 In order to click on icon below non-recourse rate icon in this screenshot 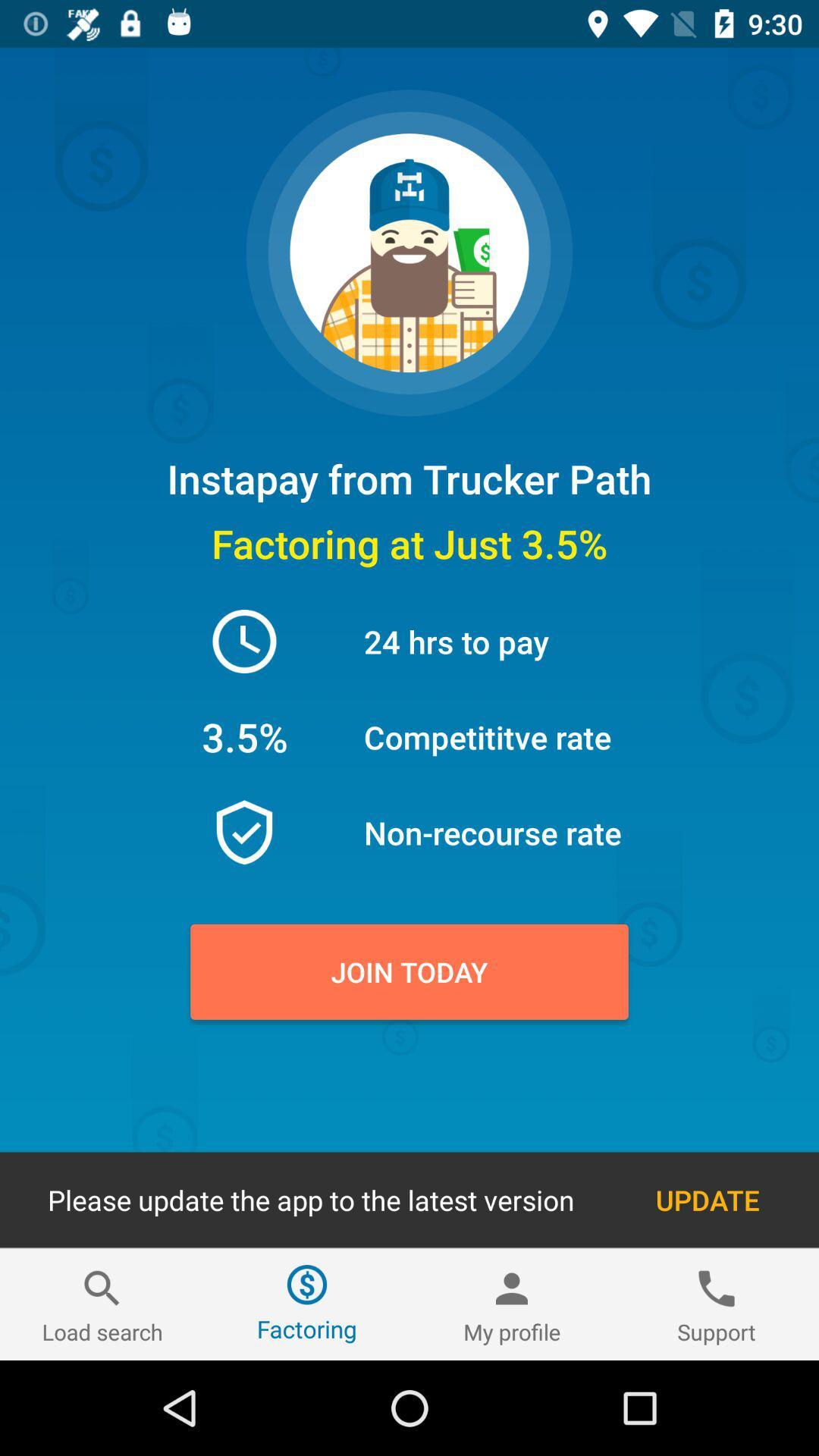, I will do `click(409, 971)`.